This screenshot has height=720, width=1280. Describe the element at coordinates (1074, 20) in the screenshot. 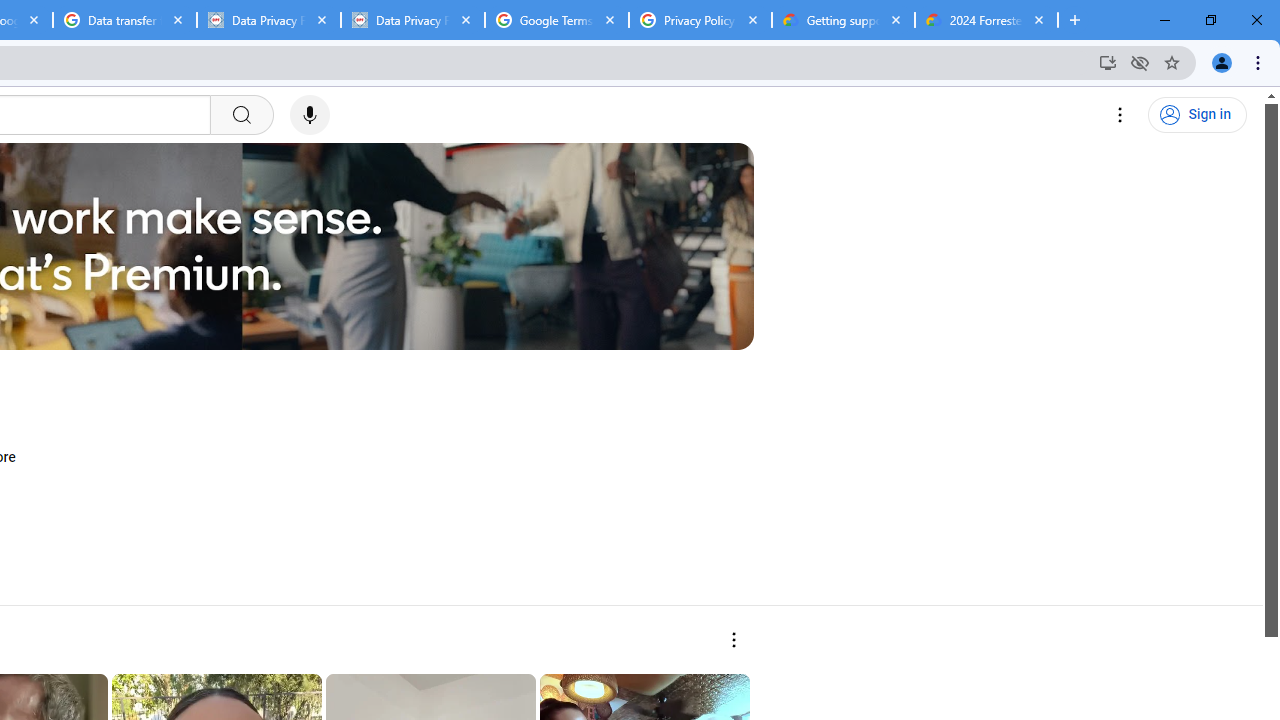

I see `'New Tab'` at that location.